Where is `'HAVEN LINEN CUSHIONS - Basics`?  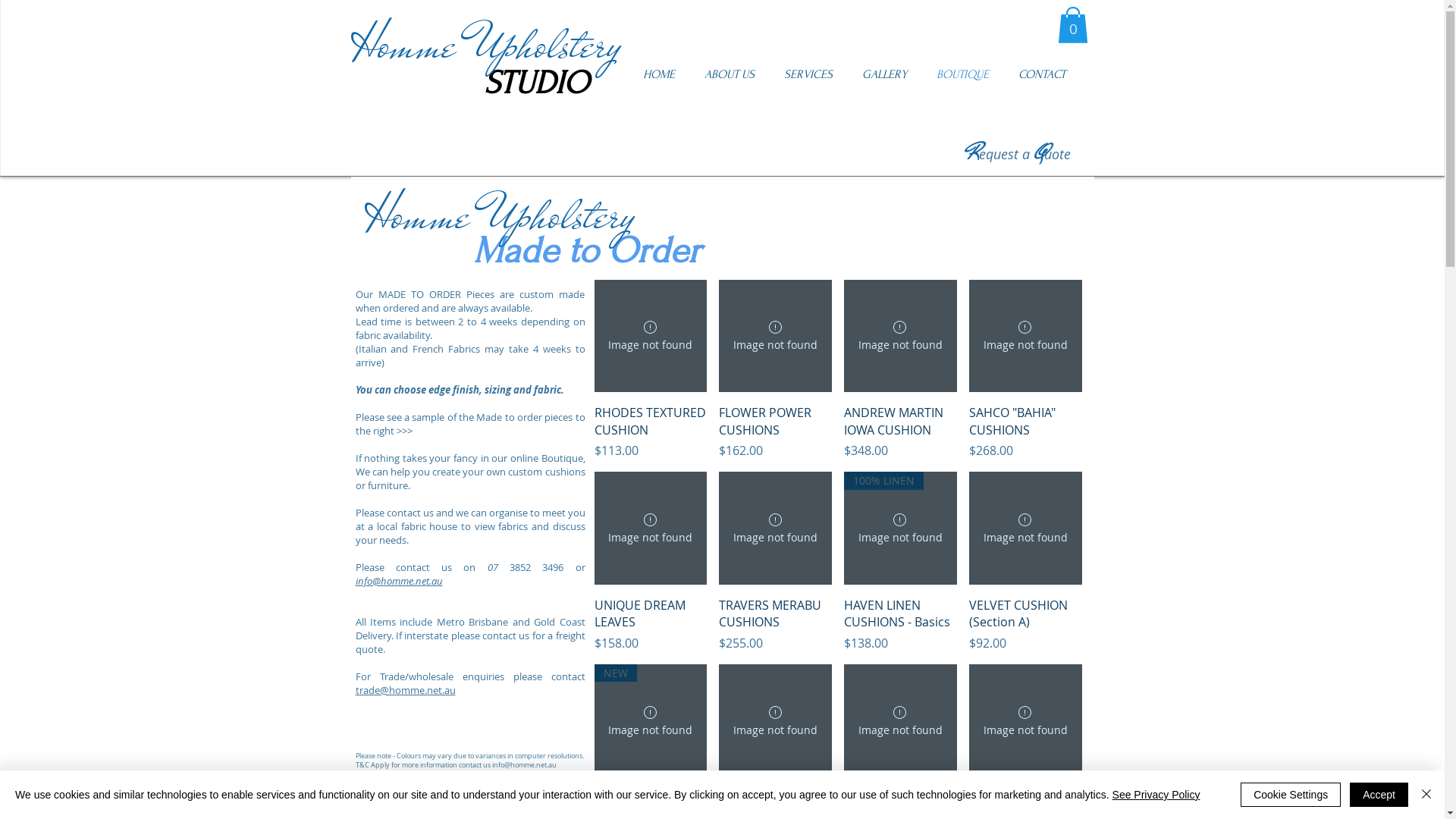
'HAVEN LINEN CUSHIONS - Basics is located at coordinates (900, 527).